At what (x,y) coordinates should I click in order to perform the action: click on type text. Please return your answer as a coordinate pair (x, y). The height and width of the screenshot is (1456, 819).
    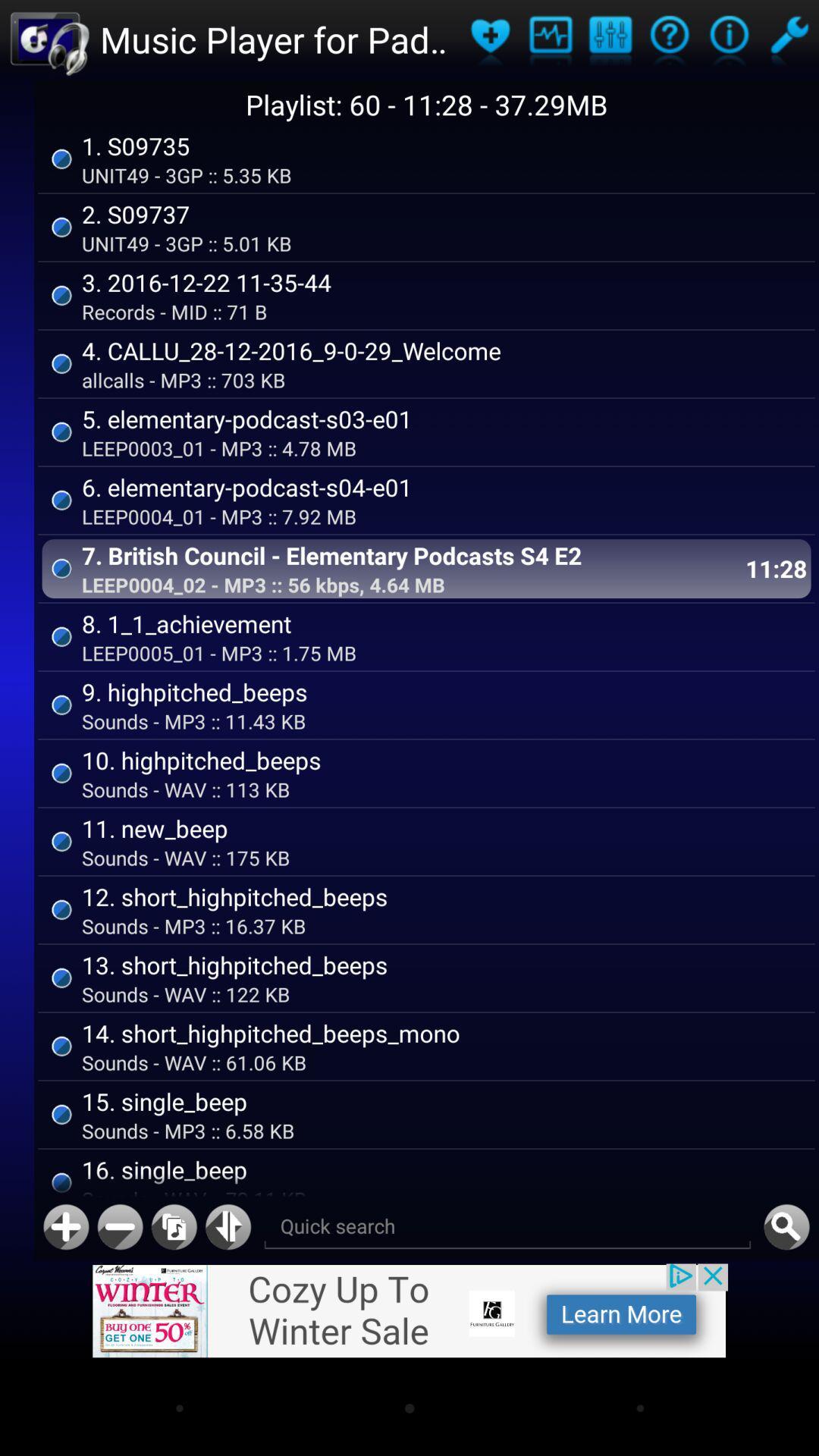
    Looking at the image, I should click on (507, 1227).